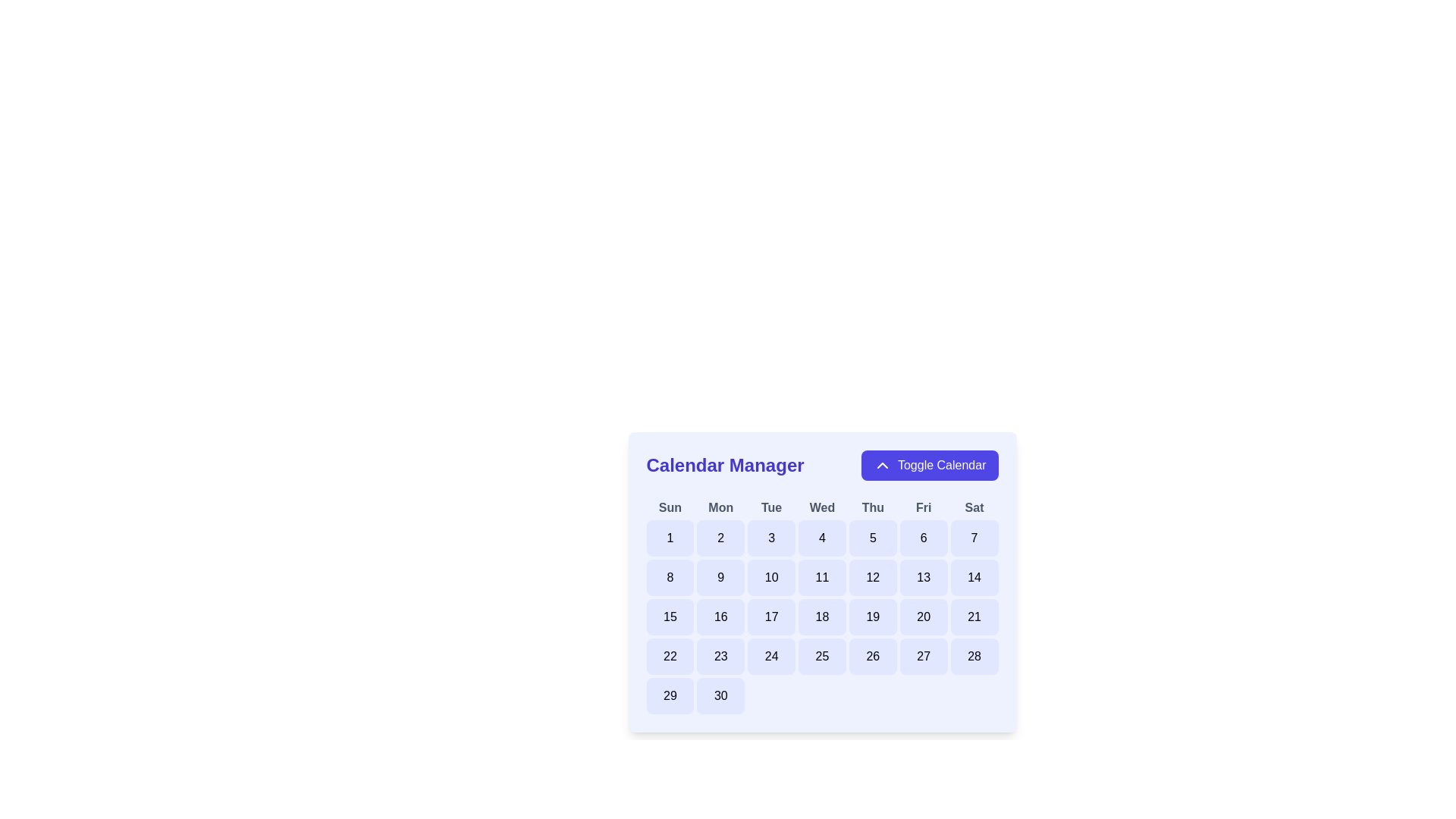 The width and height of the screenshot is (1456, 819). What do you see at coordinates (771, 508) in the screenshot?
I see `the text label displaying 'Tue', which is styled in bold grayish color and positioned in the header row of the calendar grid, between 'Mon' and 'Wed'` at bounding box center [771, 508].